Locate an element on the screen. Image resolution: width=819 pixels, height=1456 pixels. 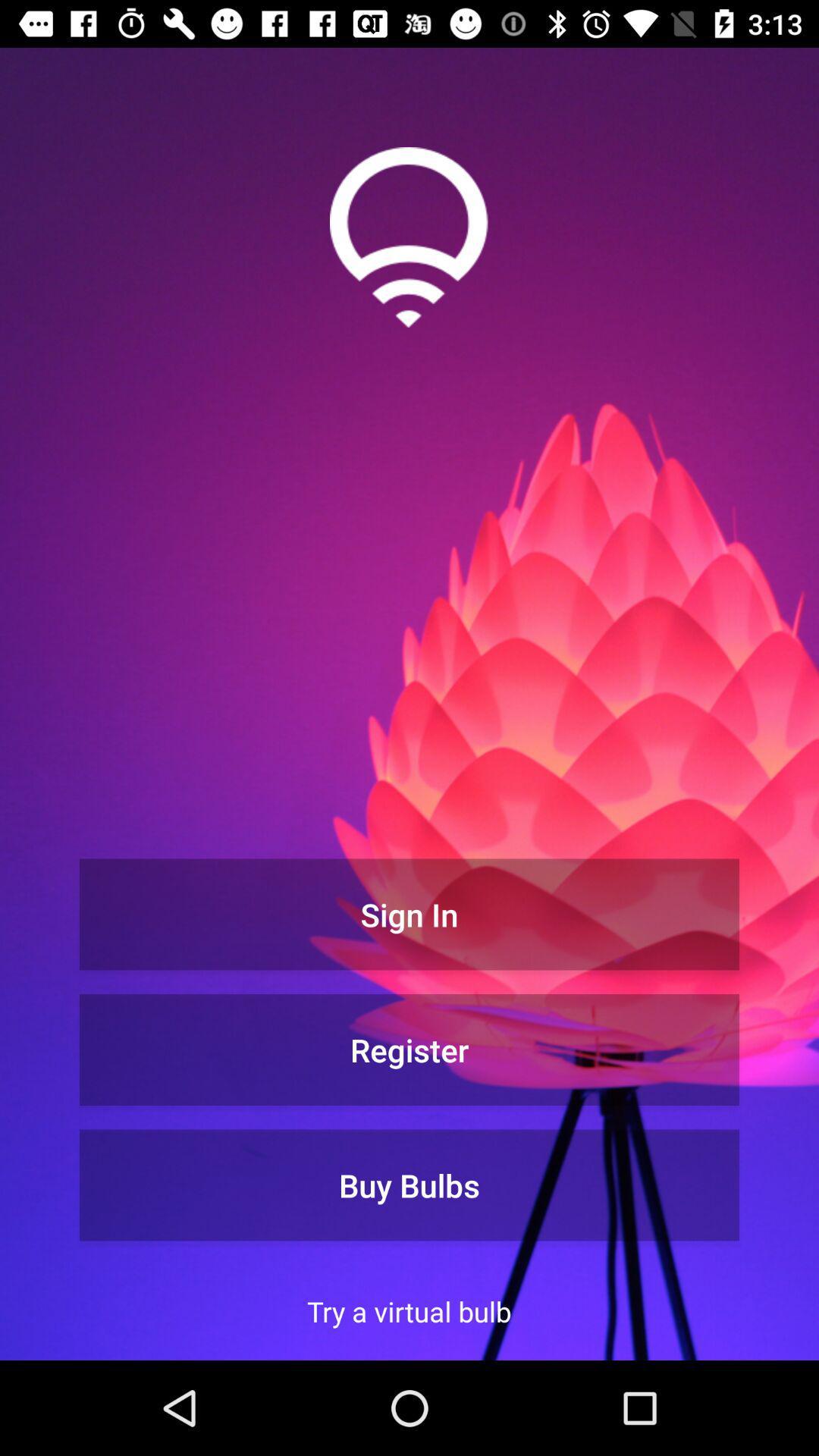
button below register icon is located at coordinates (409, 1185).